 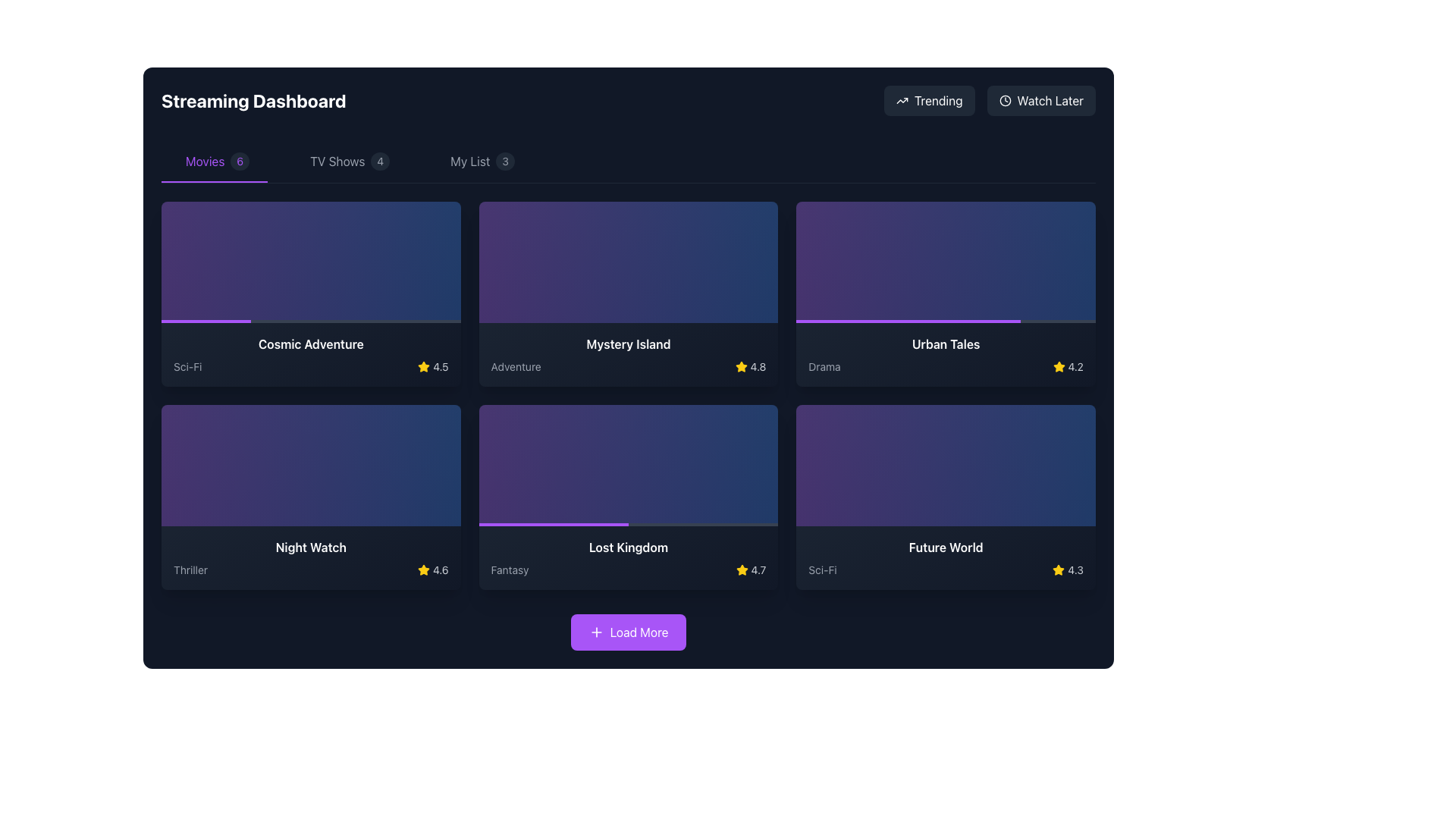 I want to click on the 'Watch Later' button, which is a dark gray rectangular button with a clock icon and white text, so click(x=1040, y=100).